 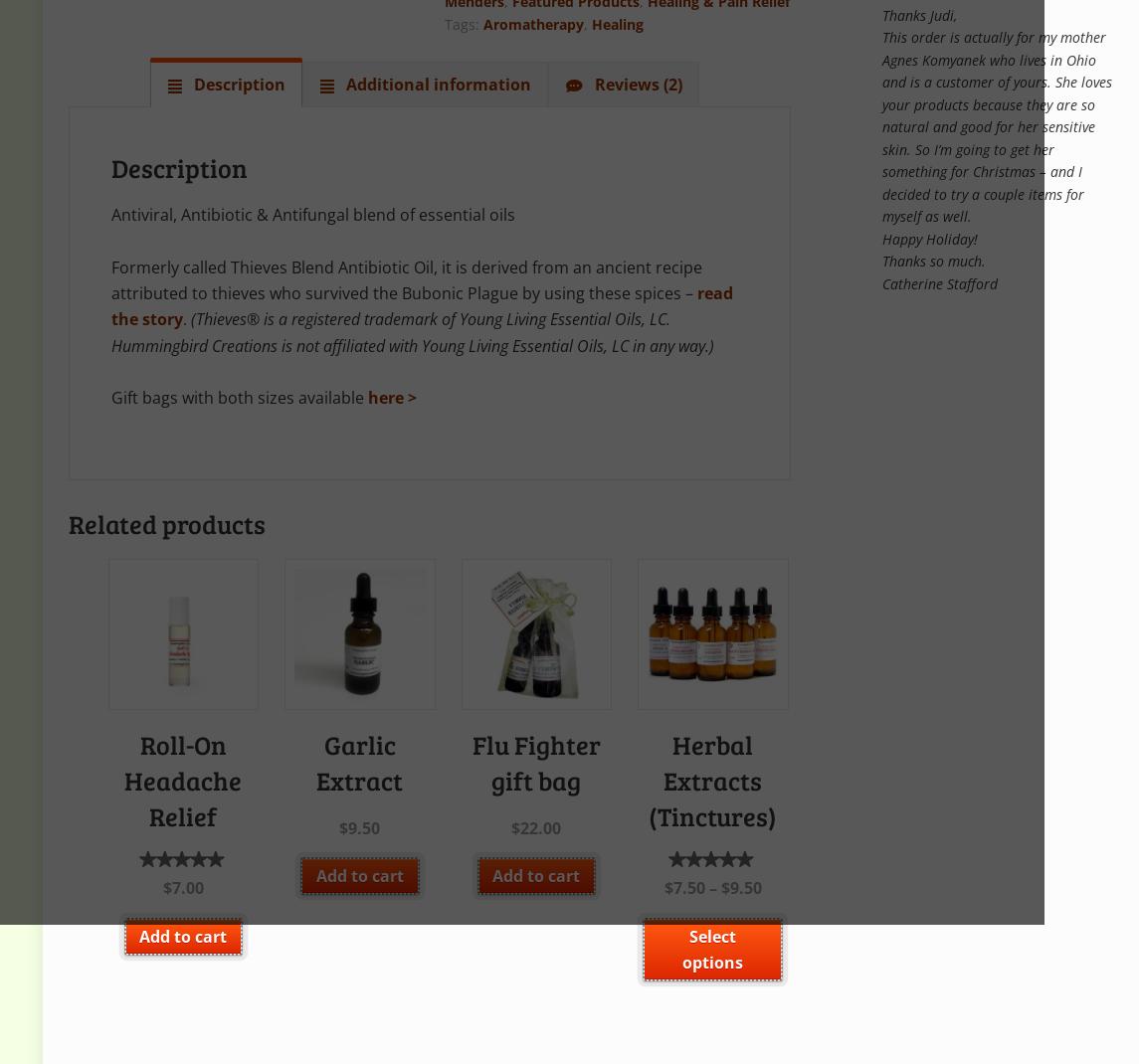 What do you see at coordinates (422, 306) in the screenshot?
I see `'read the story'` at bounding box center [422, 306].